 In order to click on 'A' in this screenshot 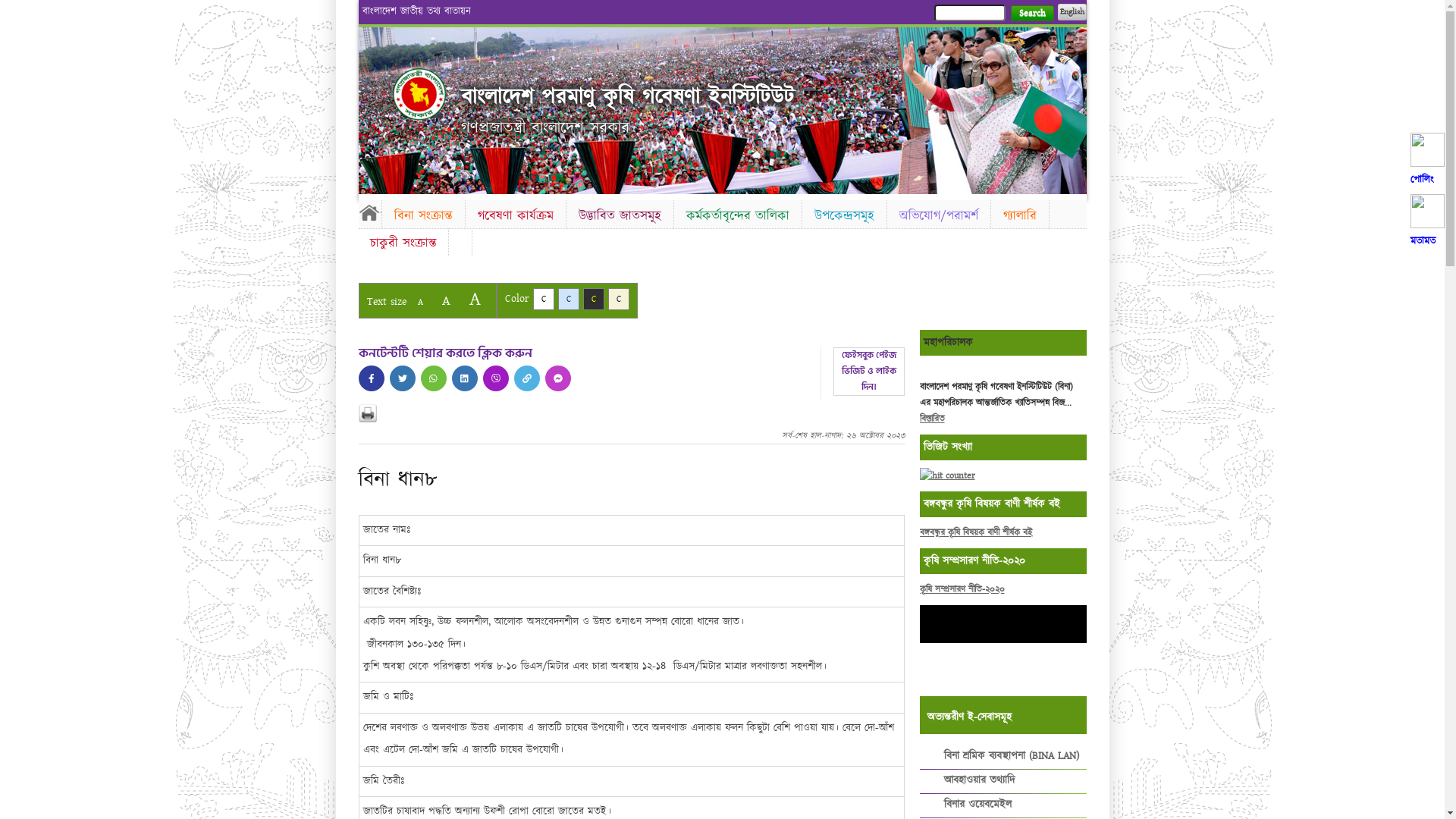, I will do `click(419, 302)`.